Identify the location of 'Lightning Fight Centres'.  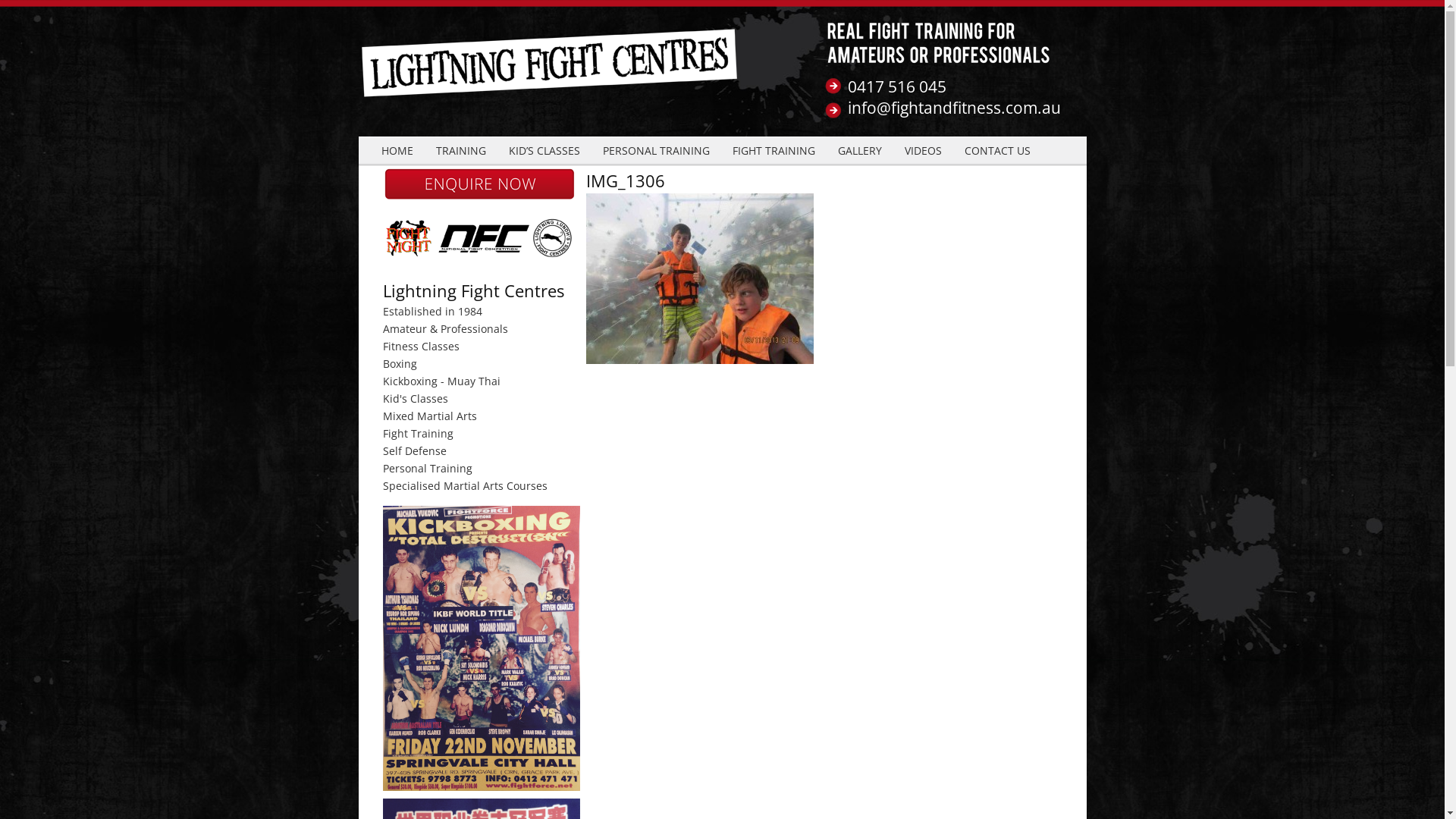
(549, 74).